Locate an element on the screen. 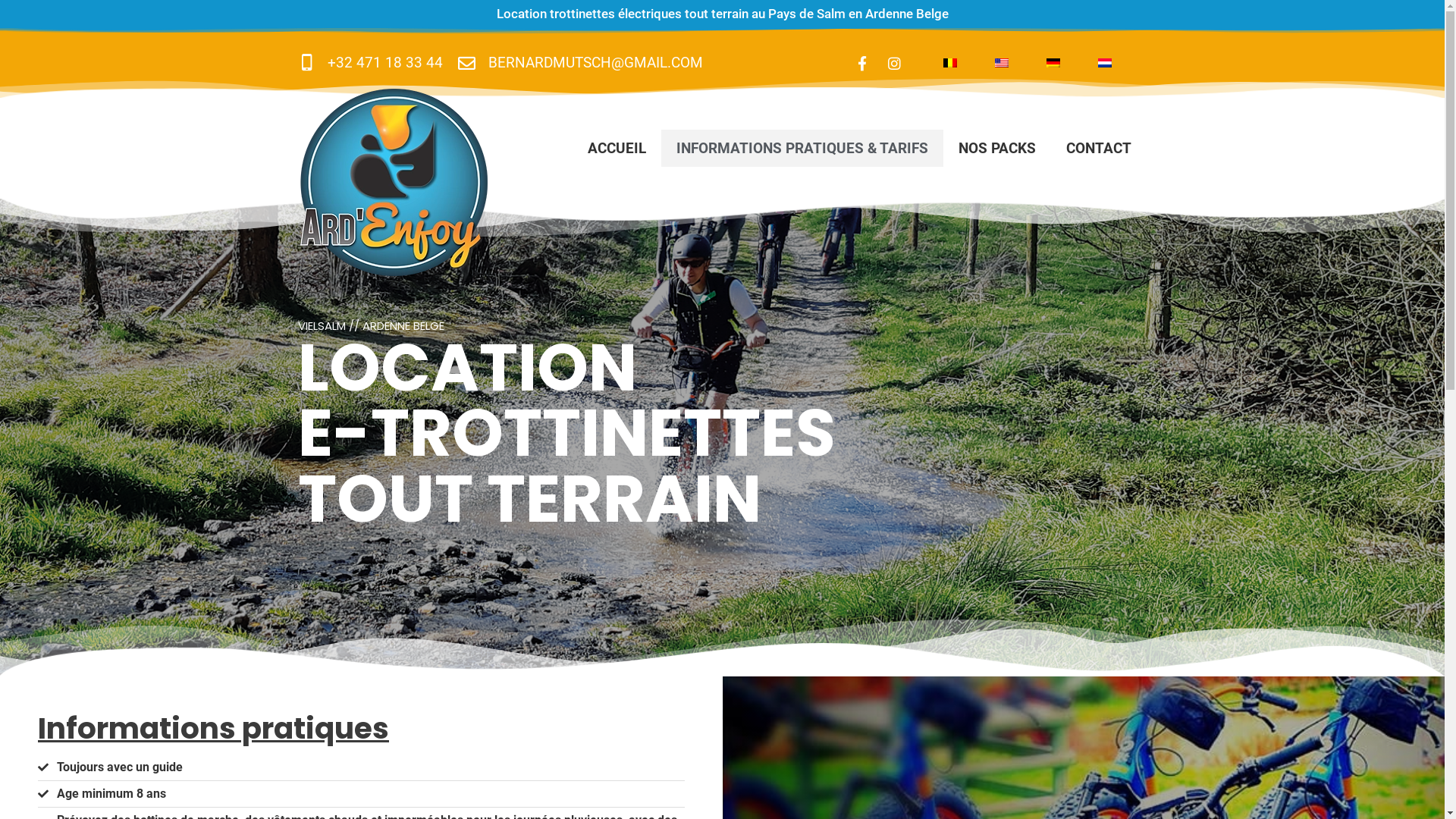 This screenshot has width=1456, height=819. 'INFORMATIONS PRATIQUES & TARIFS' is located at coordinates (801, 148).